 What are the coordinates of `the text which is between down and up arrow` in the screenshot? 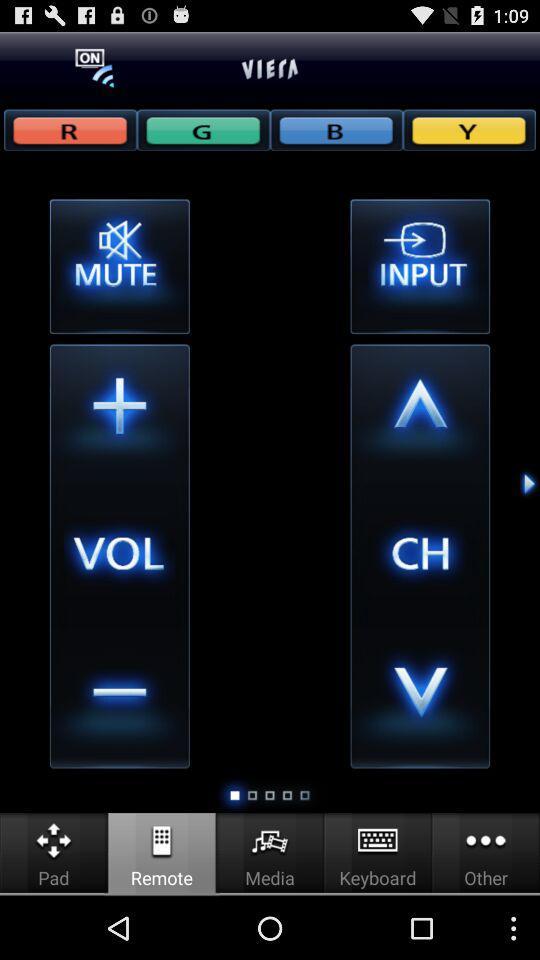 It's located at (419, 556).